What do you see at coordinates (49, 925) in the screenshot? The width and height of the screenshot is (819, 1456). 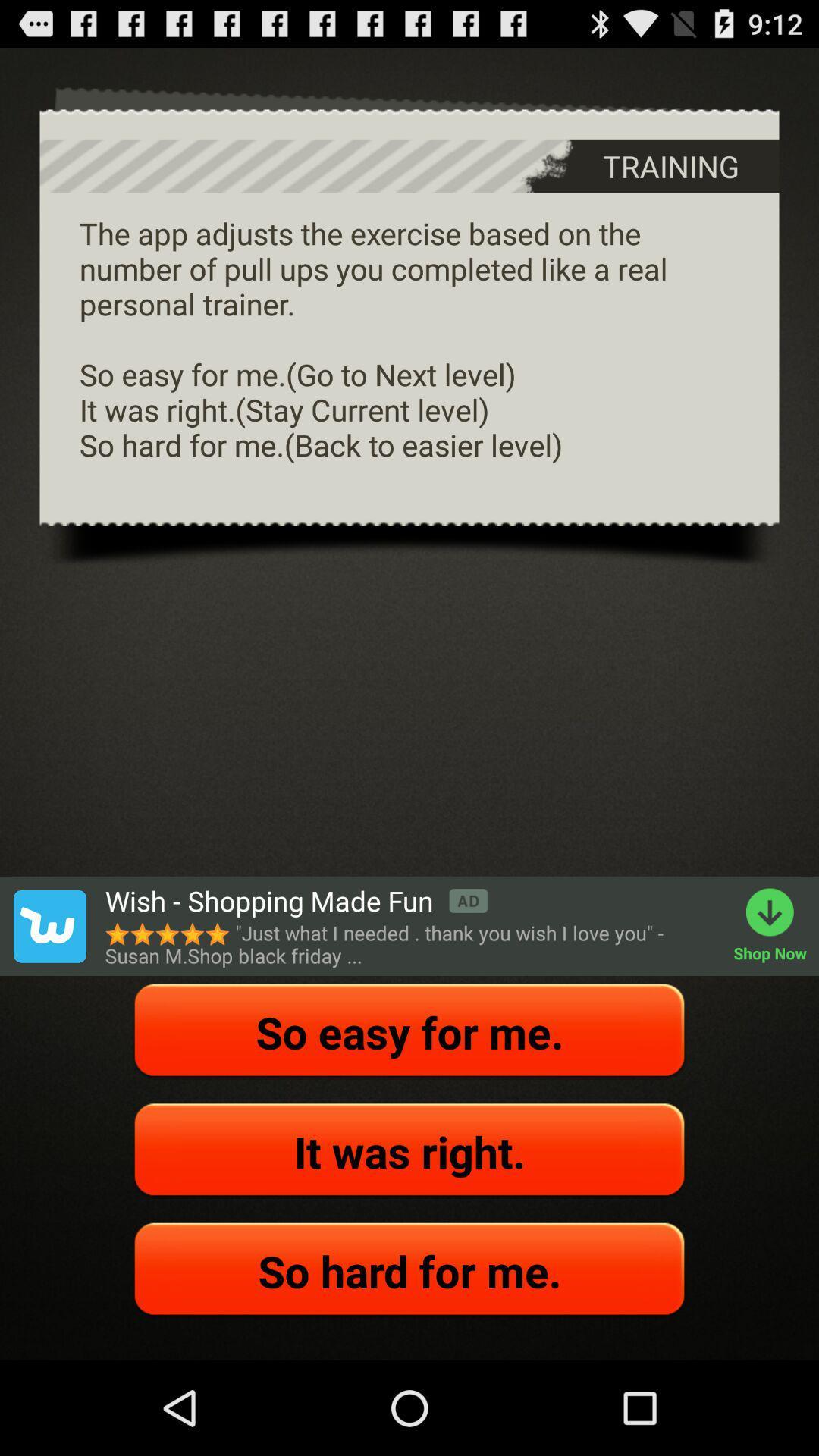 I see `icon next to the wish shopping made app` at bounding box center [49, 925].